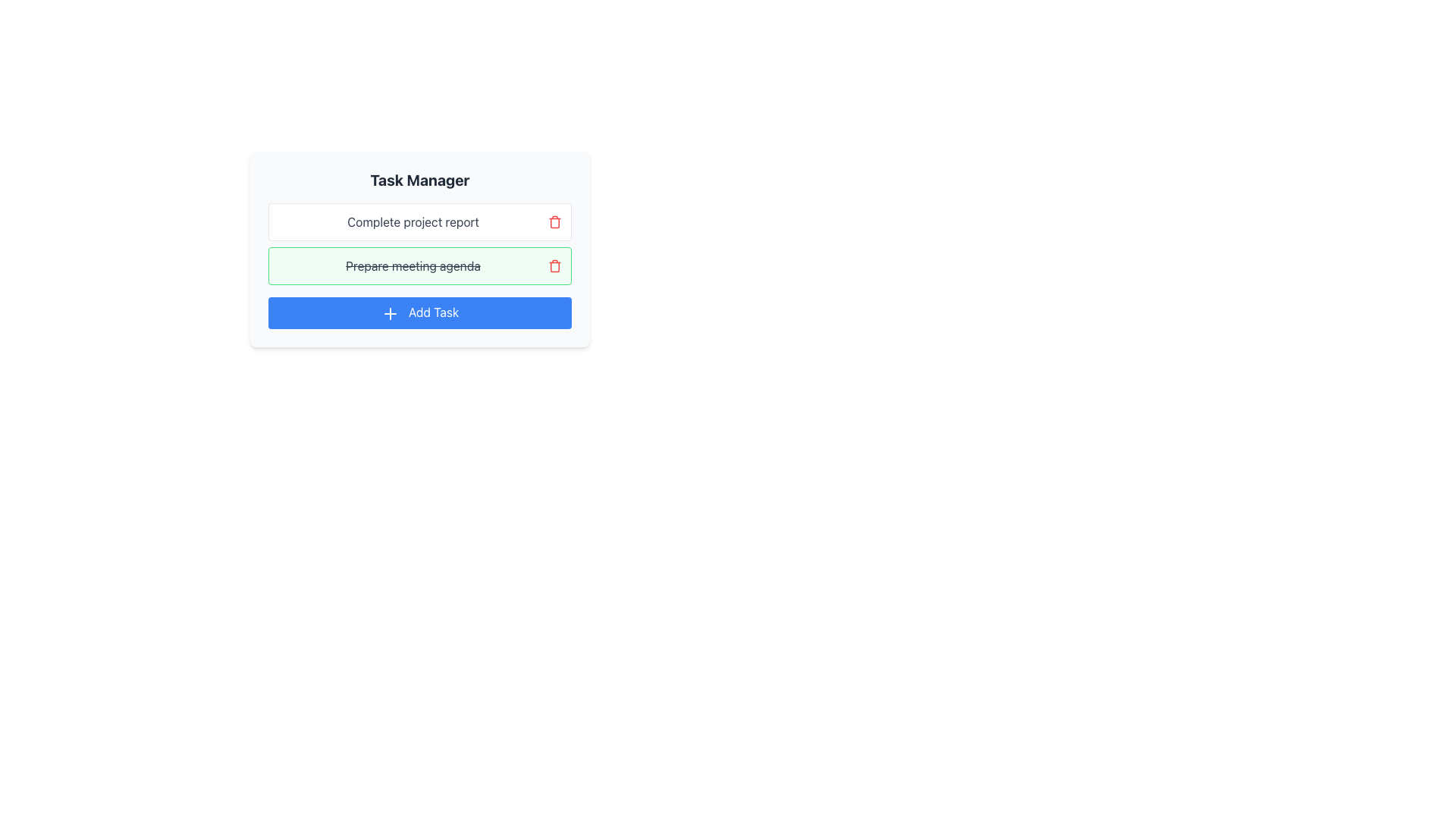 The width and height of the screenshot is (1456, 819). Describe the element at coordinates (413, 222) in the screenshot. I see `the static text element displaying 'Complete project report' within the Task Manager, positioned above the 'Prepare meeting agenda' task` at that location.